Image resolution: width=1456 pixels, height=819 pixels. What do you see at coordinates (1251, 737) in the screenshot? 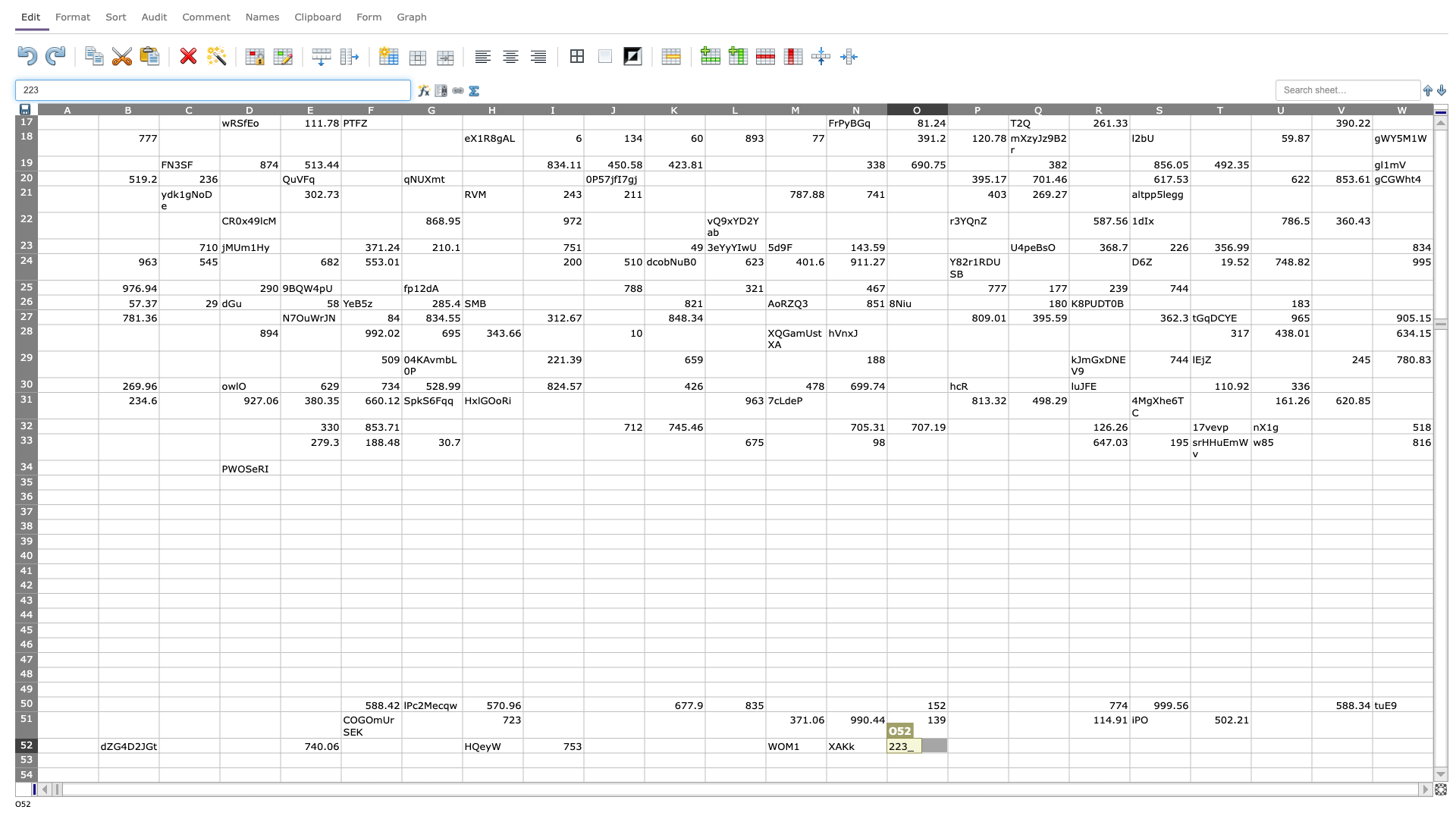
I see `top left corner of U52` at bounding box center [1251, 737].